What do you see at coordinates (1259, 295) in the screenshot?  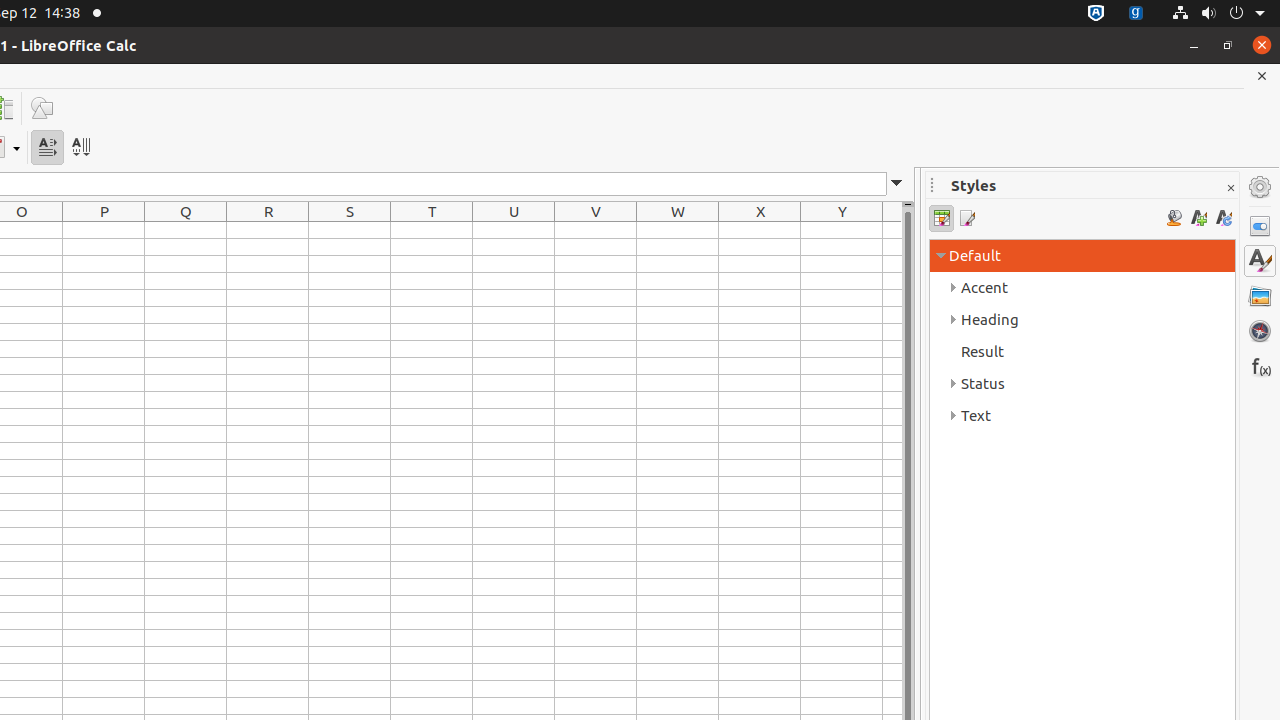 I see `'Gallery'` at bounding box center [1259, 295].